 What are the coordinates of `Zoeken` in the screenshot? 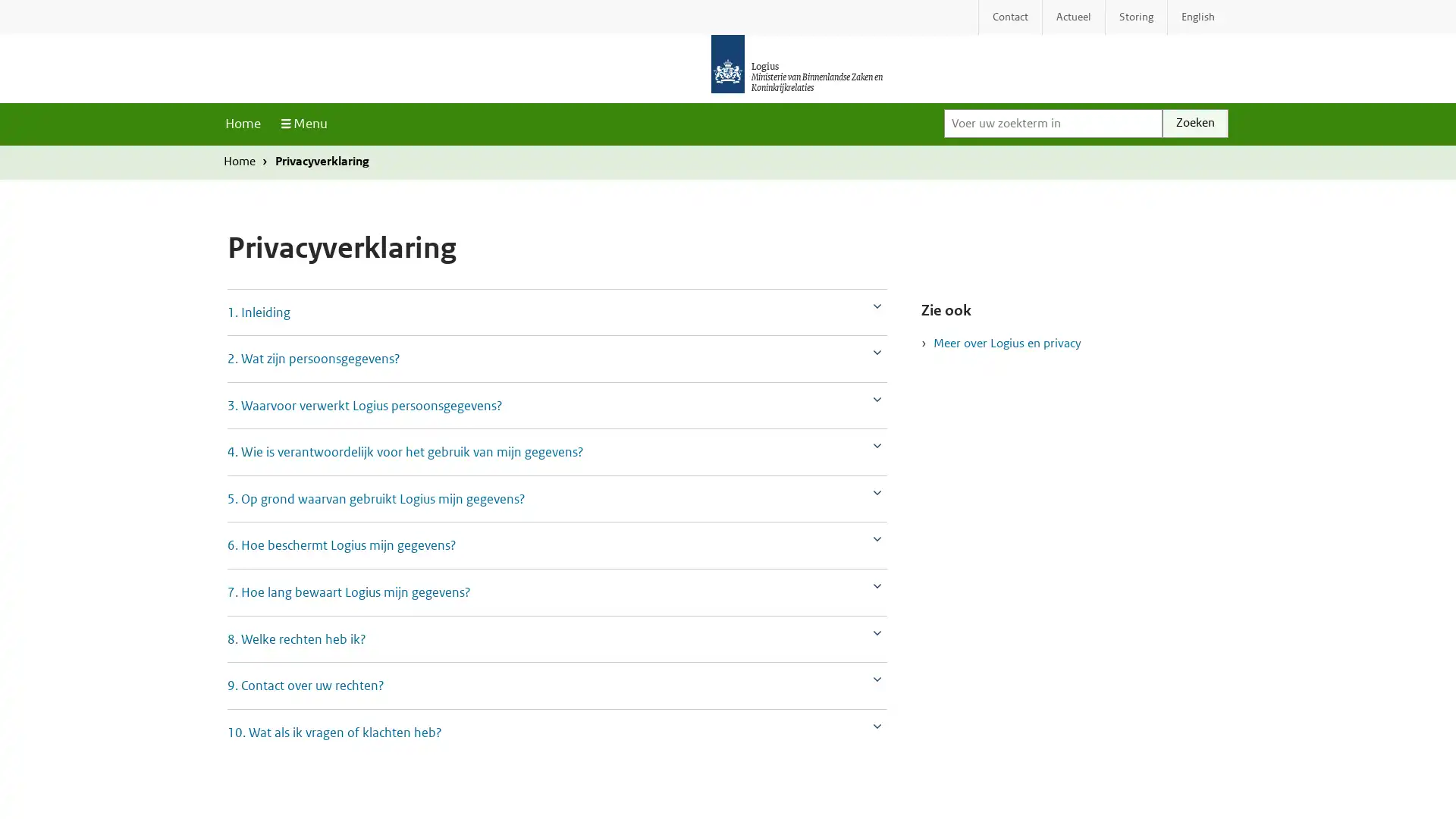 It's located at (1194, 122).